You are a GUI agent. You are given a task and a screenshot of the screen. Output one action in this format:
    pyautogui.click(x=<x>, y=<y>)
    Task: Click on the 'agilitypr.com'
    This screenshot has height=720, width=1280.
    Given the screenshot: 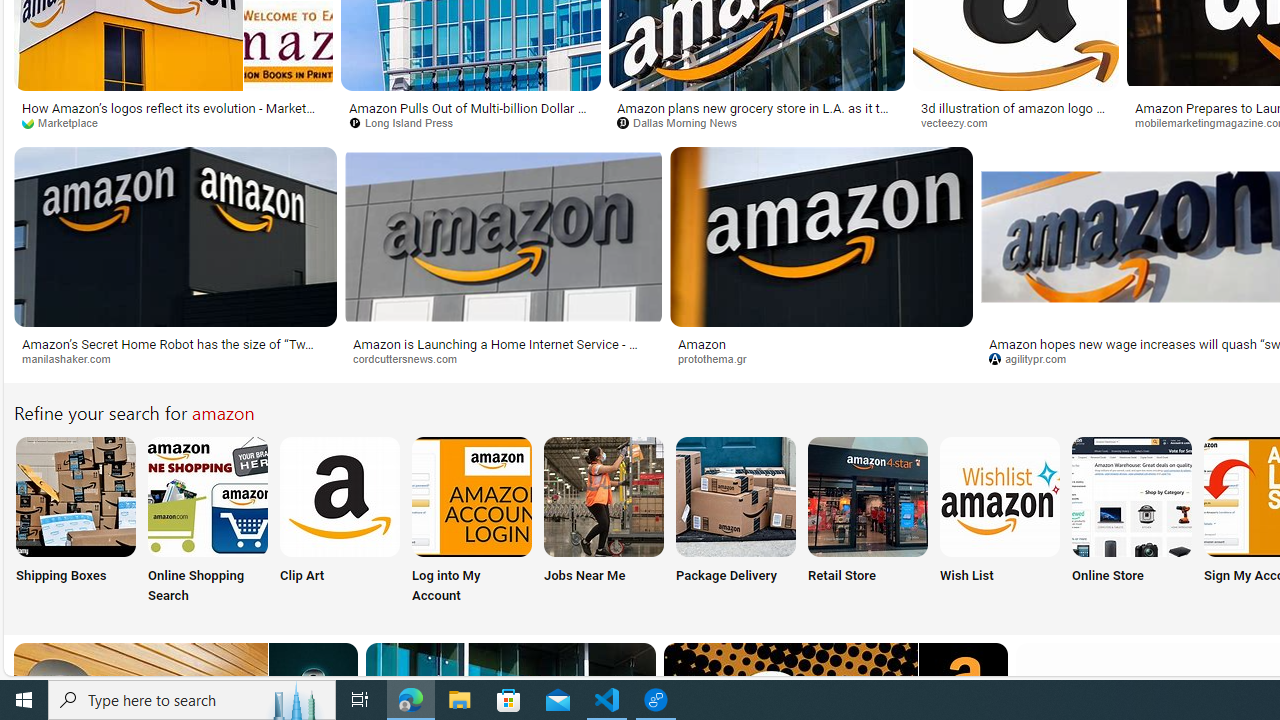 What is the action you would take?
    pyautogui.click(x=1035, y=357)
    